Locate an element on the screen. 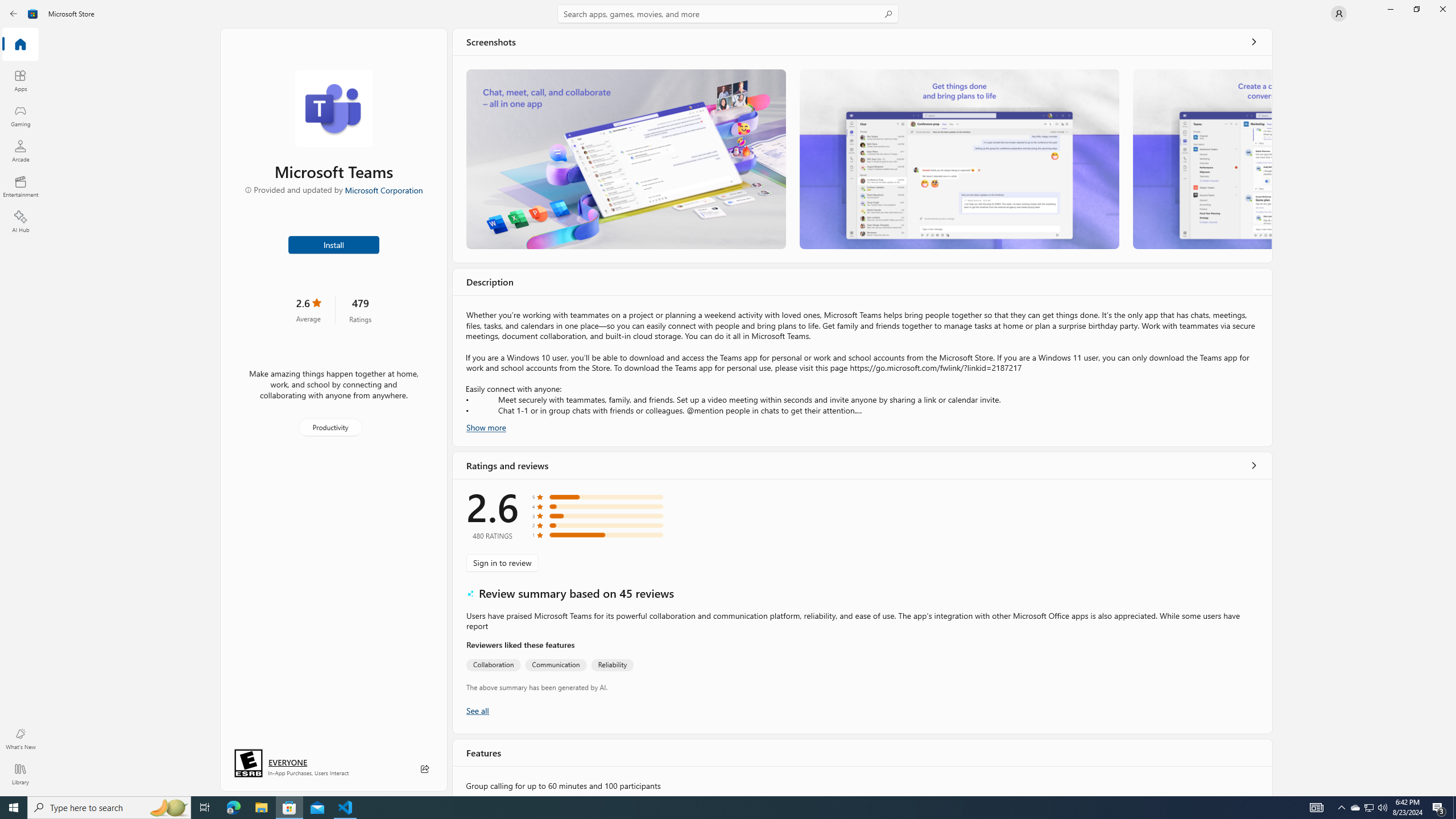 This screenshot has height=819, width=1456. 'Productivity' is located at coordinates (329, 427).